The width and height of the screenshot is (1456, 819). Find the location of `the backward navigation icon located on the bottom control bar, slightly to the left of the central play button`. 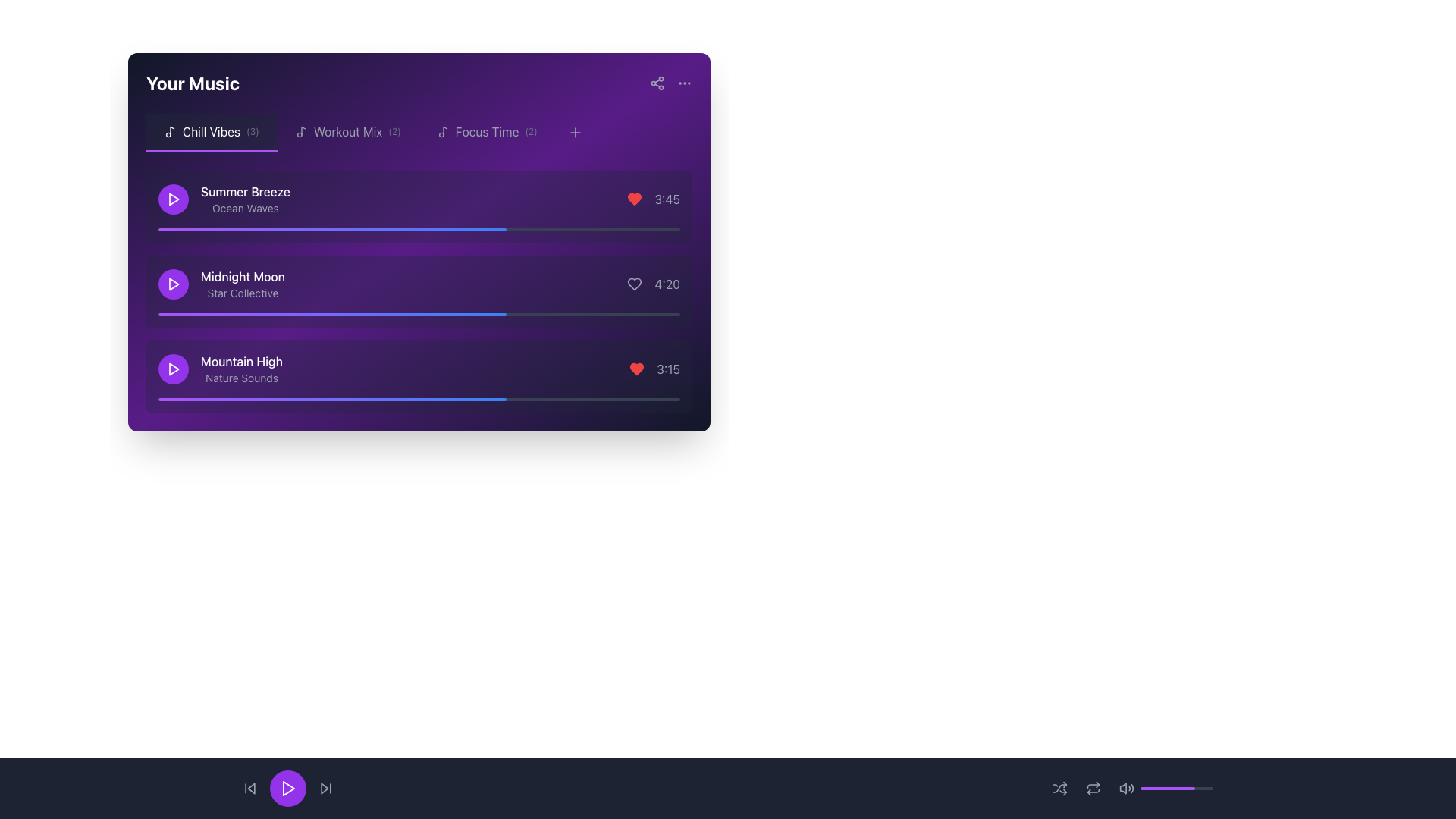

the backward navigation icon located on the bottom control bar, slightly to the left of the central play button is located at coordinates (251, 788).